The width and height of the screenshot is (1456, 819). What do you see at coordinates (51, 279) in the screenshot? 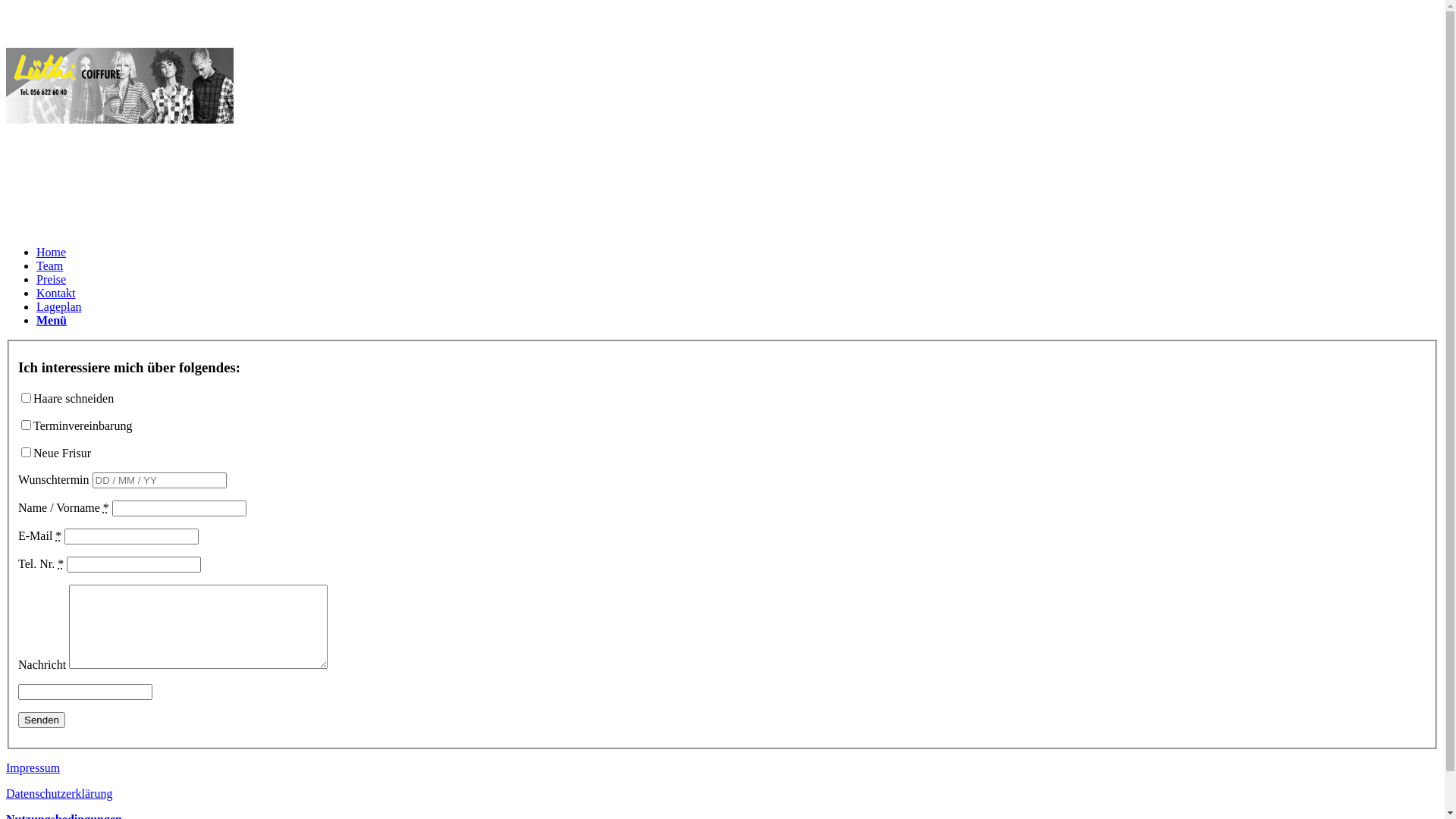
I see `'Preise'` at bounding box center [51, 279].